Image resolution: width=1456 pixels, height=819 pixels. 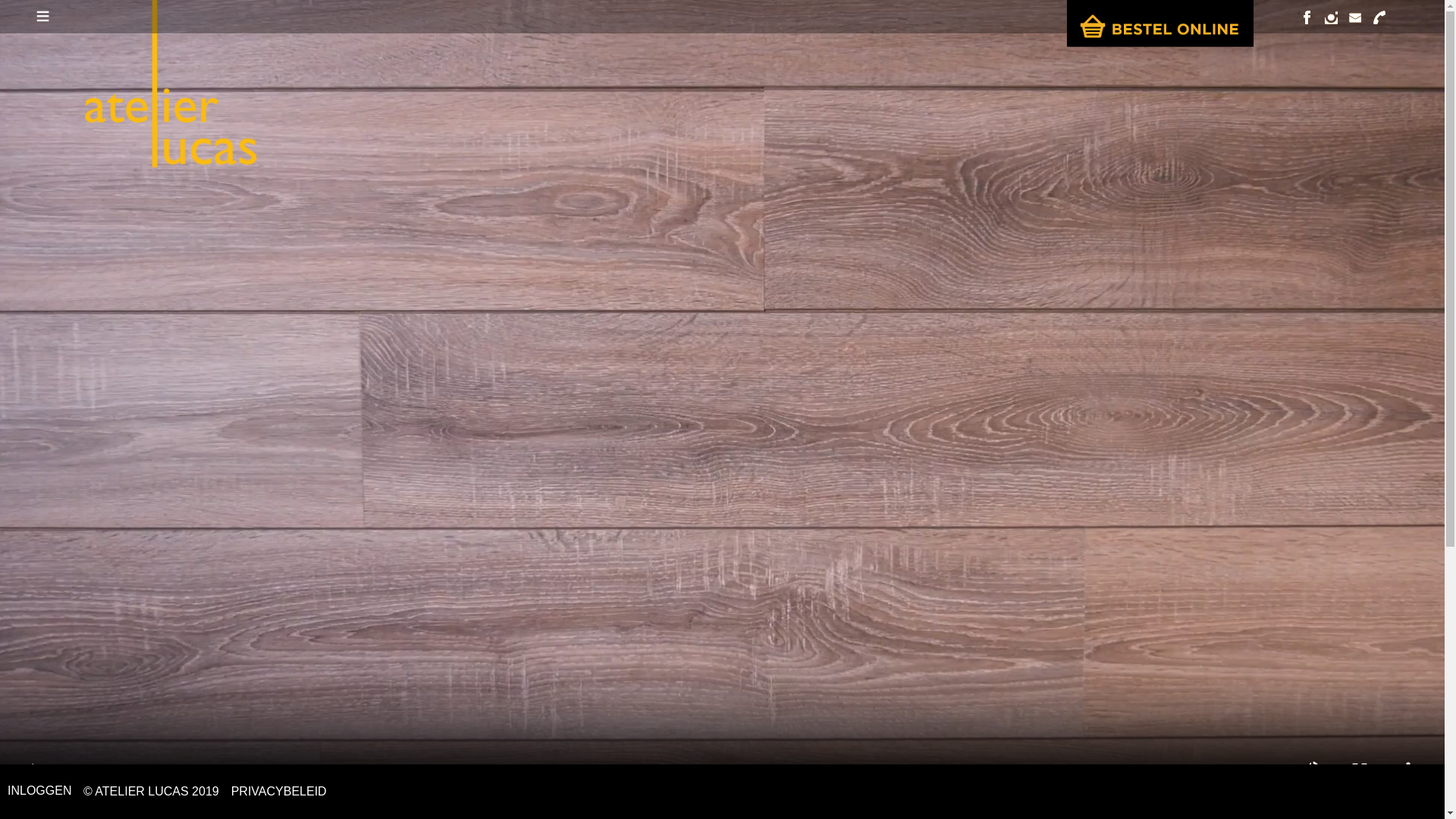 What do you see at coordinates (279, 791) in the screenshot?
I see `'PRIVACYBELEID'` at bounding box center [279, 791].